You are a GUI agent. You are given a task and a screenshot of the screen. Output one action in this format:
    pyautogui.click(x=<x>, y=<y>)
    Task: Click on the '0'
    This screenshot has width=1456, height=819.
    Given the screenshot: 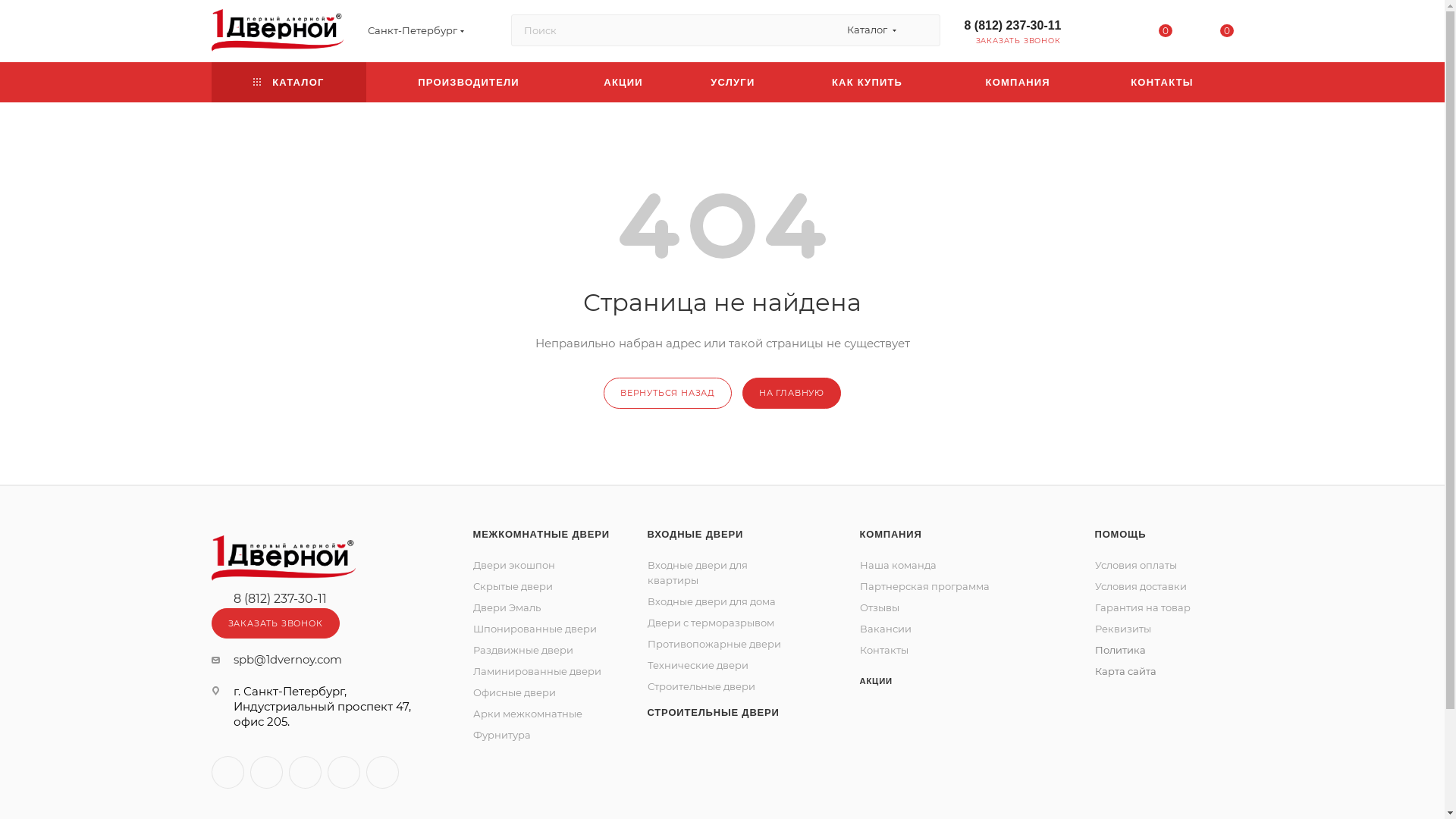 What is the action you would take?
    pyautogui.click(x=1218, y=32)
    